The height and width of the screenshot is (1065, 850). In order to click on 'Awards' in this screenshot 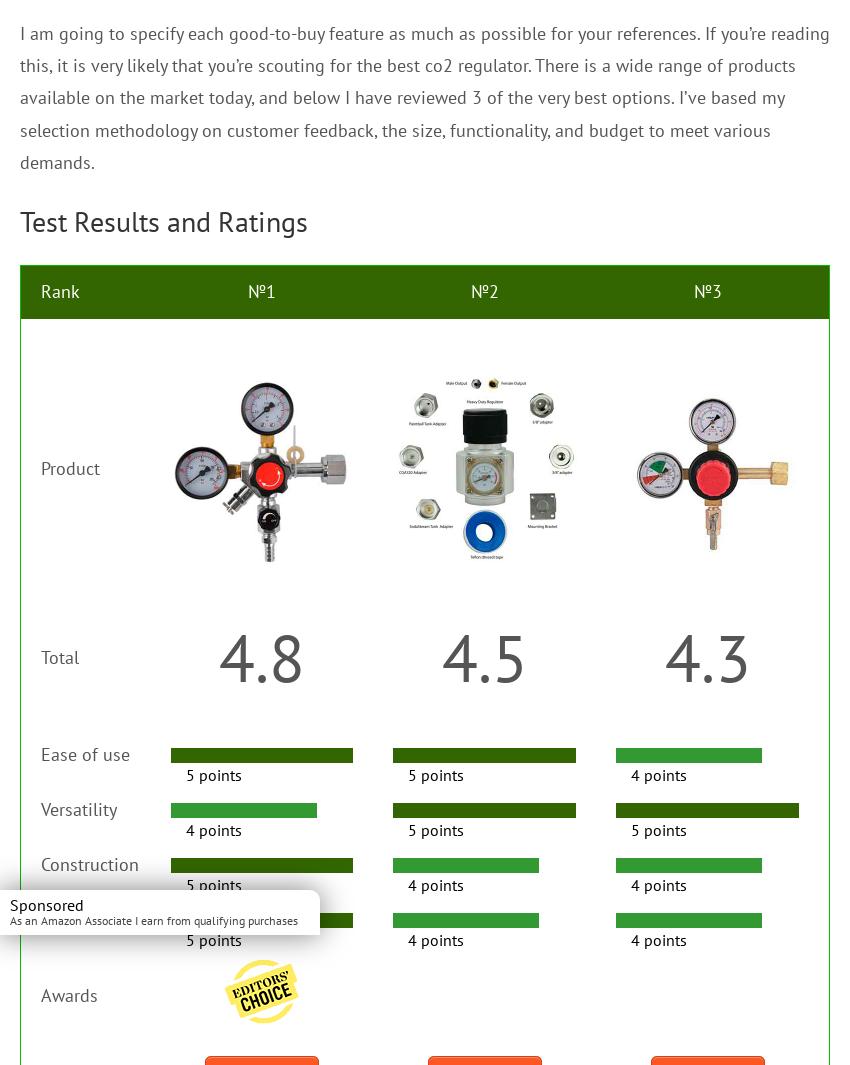, I will do `click(69, 995)`.